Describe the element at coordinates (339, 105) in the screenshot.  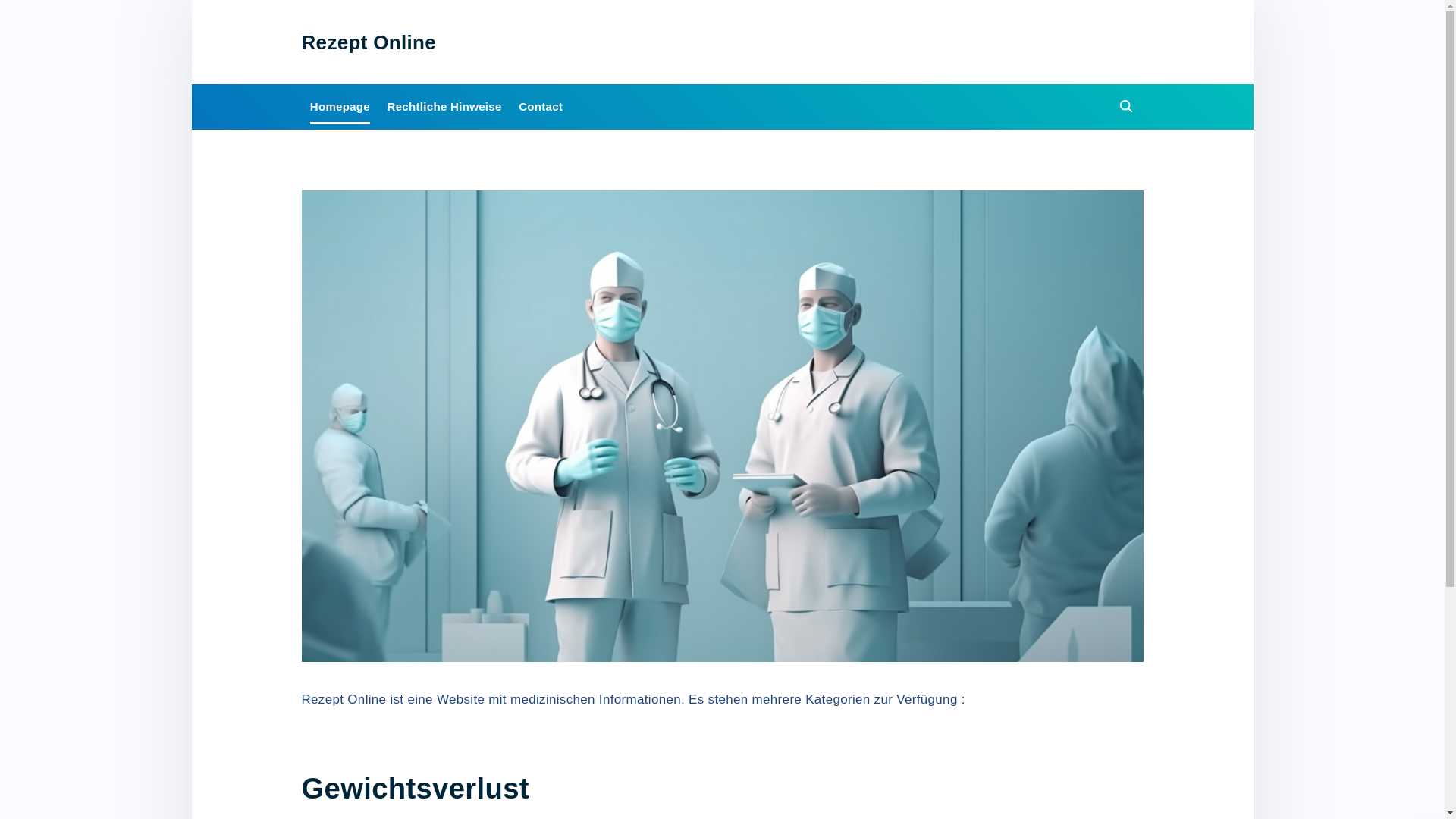
I see `'Homepage'` at that location.